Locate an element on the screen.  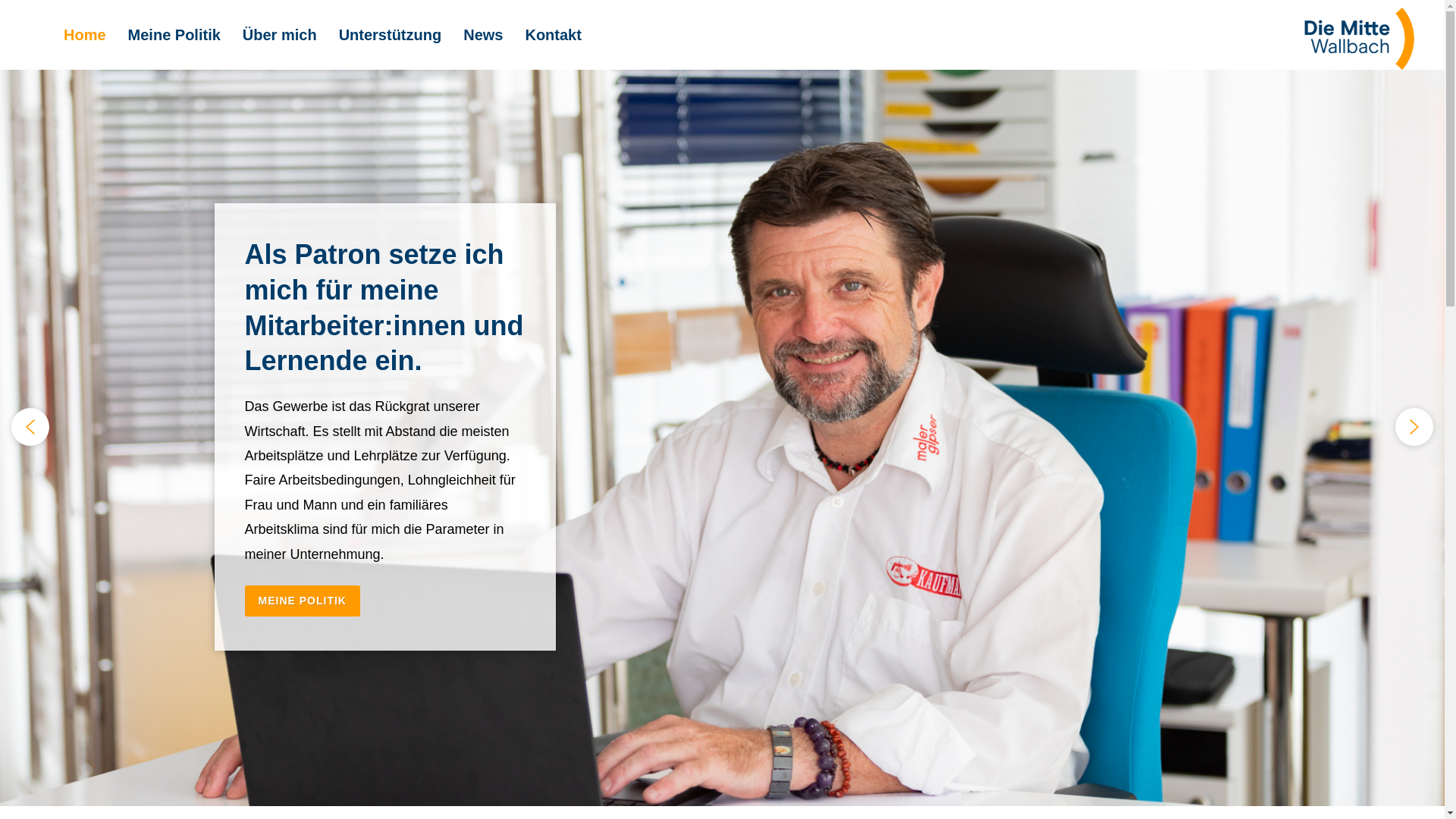
'News' is located at coordinates (482, 34).